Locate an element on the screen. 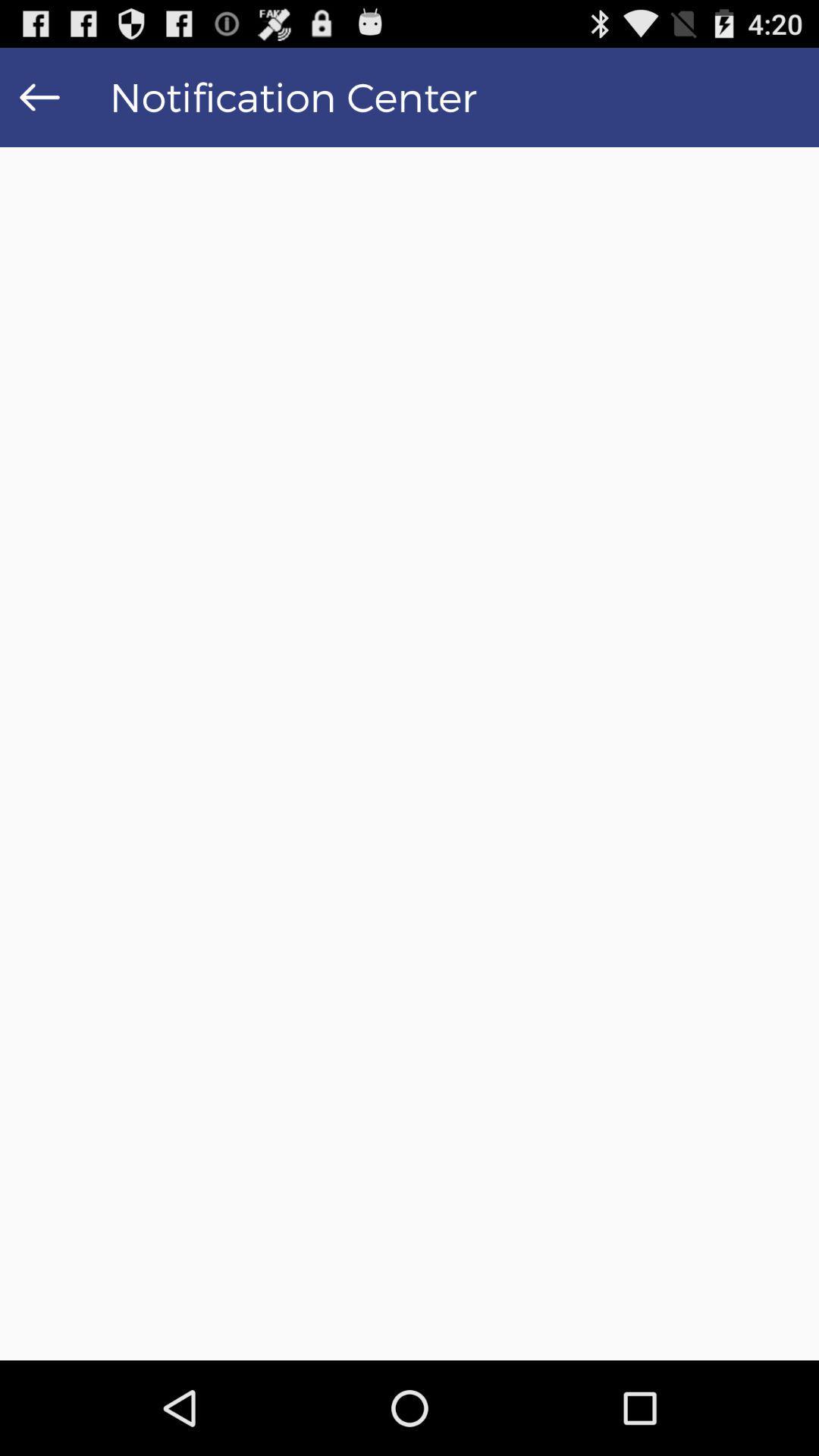  the arrow_backward icon is located at coordinates (39, 103).